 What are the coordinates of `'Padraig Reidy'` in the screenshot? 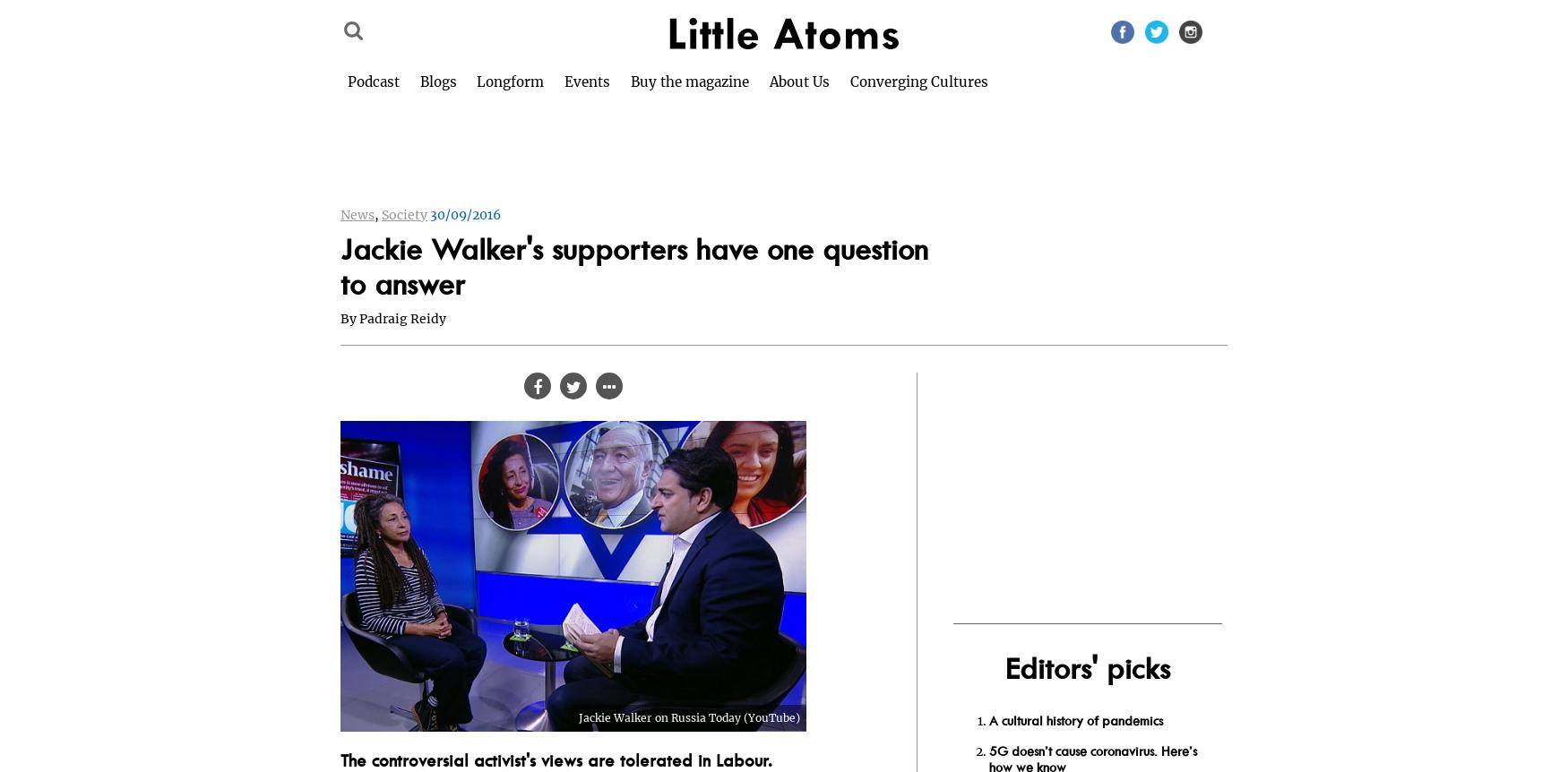 It's located at (358, 320).